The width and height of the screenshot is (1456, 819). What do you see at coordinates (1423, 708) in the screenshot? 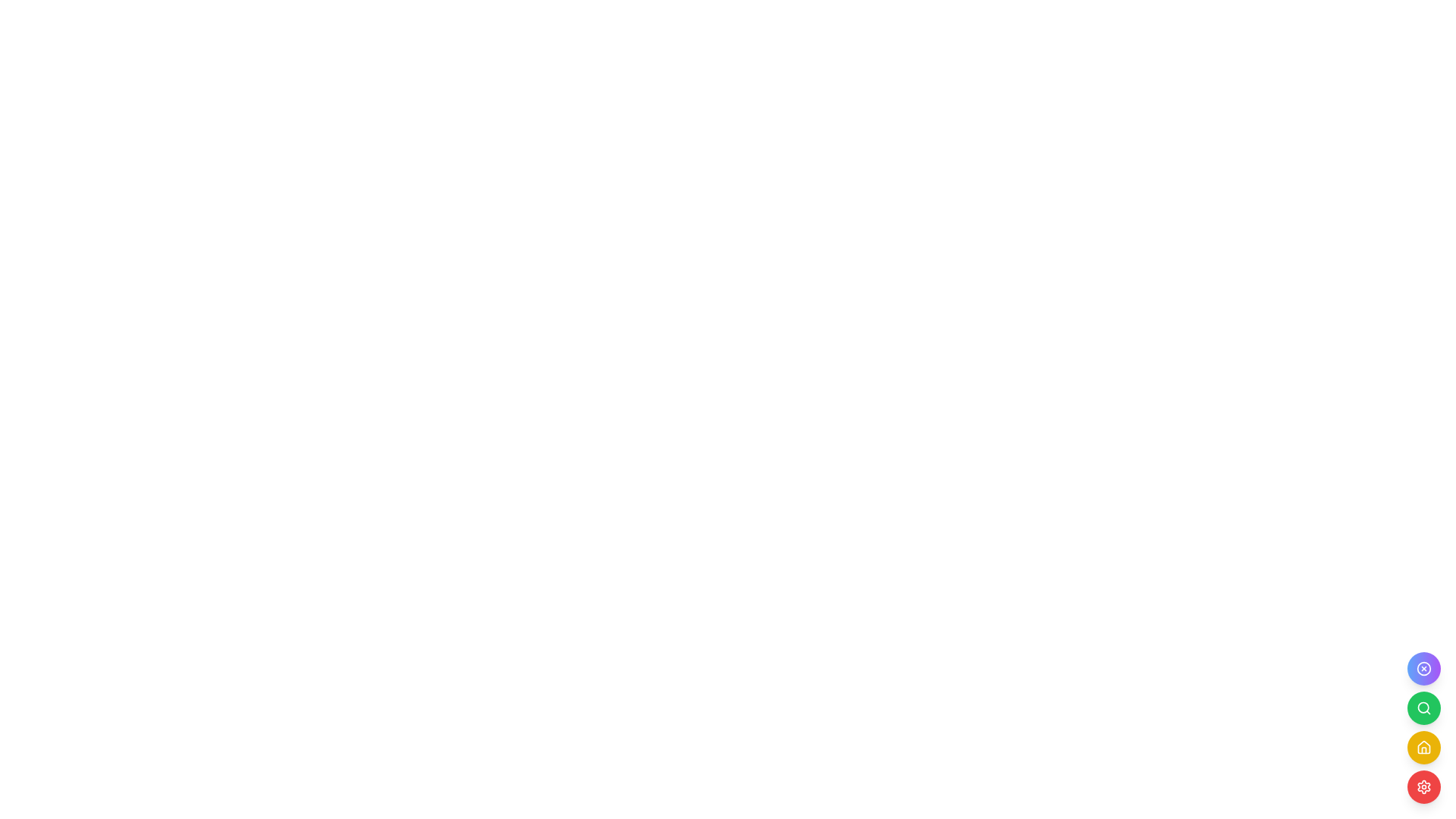
I see `the second button from the top in a vertical column of four interactive round buttons located near the bottom right corner of the interface` at bounding box center [1423, 708].